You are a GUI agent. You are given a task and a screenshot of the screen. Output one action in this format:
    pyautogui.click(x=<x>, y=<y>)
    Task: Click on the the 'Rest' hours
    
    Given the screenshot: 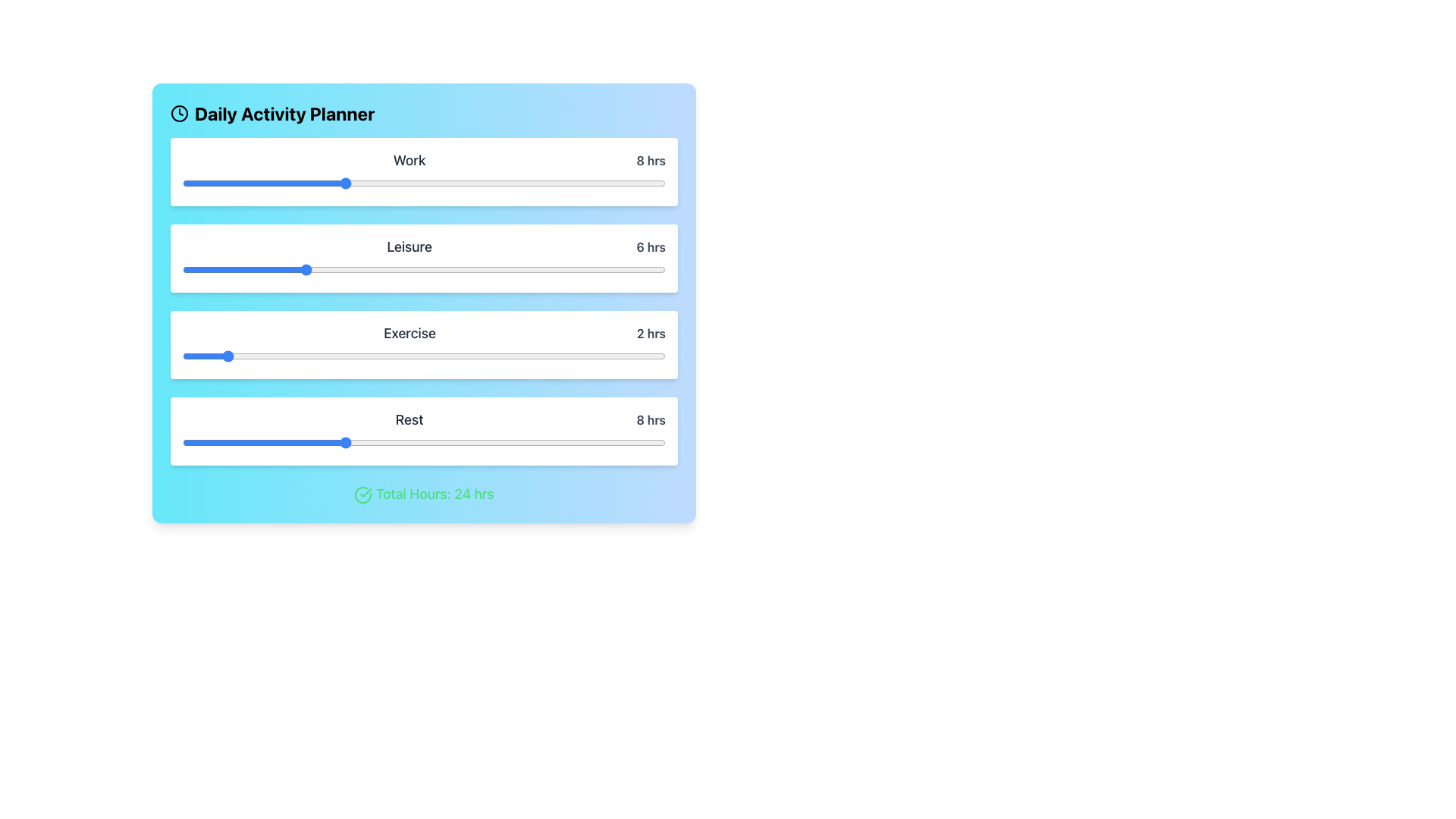 What is the action you would take?
    pyautogui.click(x=504, y=442)
    